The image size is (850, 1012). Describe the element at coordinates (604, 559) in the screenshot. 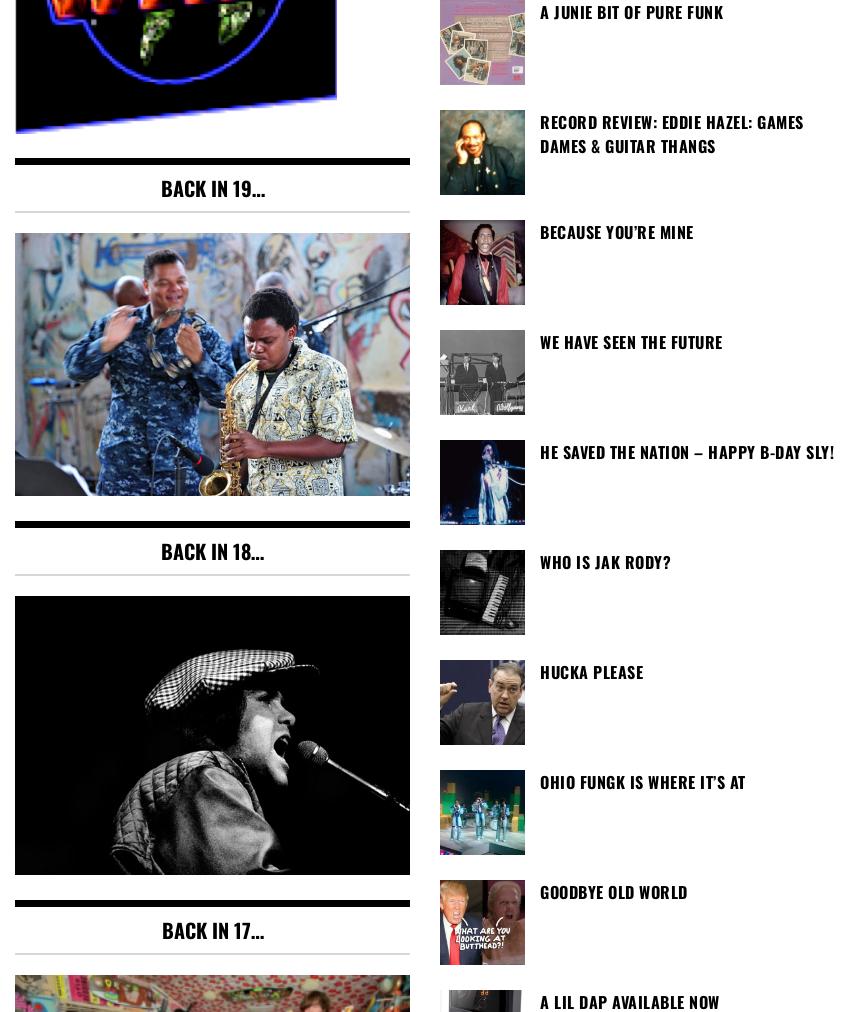

I see `'Who is Jak Rody?'` at that location.